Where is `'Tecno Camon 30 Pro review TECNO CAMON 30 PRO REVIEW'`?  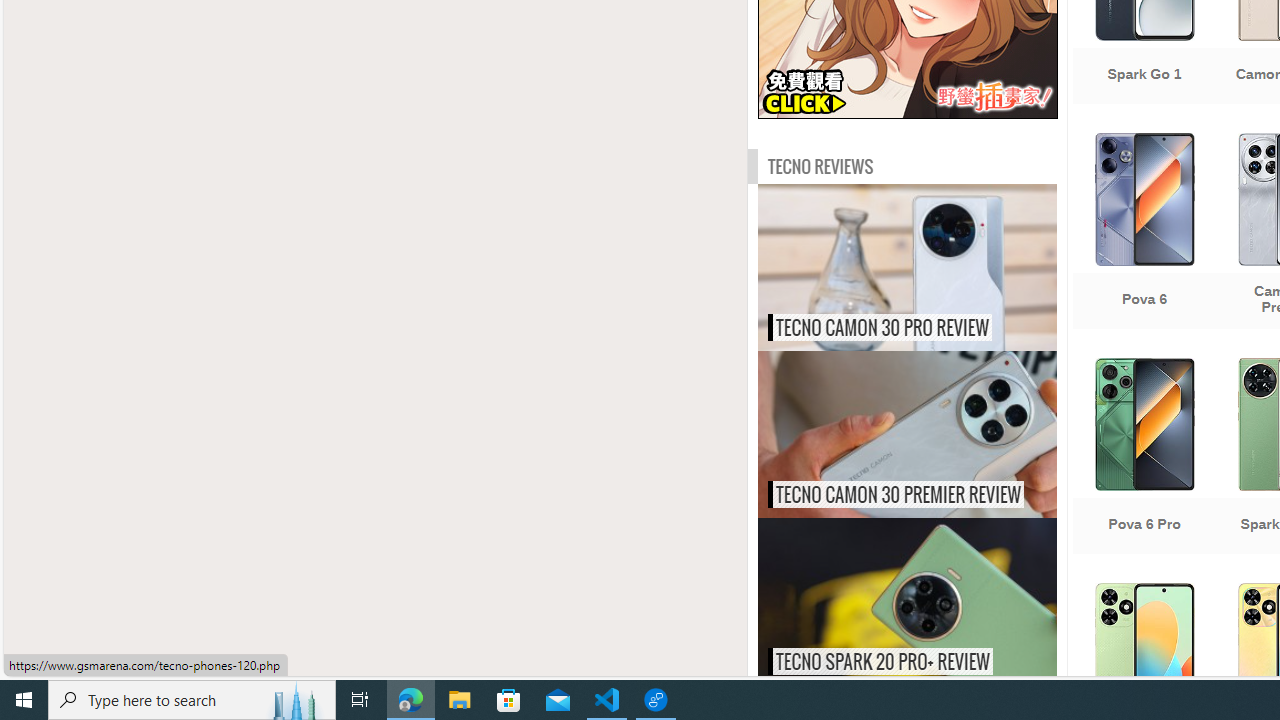 'Tecno Camon 30 Pro review TECNO CAMON 30 PRO REVIEW' is located at coordinates (906, 266).